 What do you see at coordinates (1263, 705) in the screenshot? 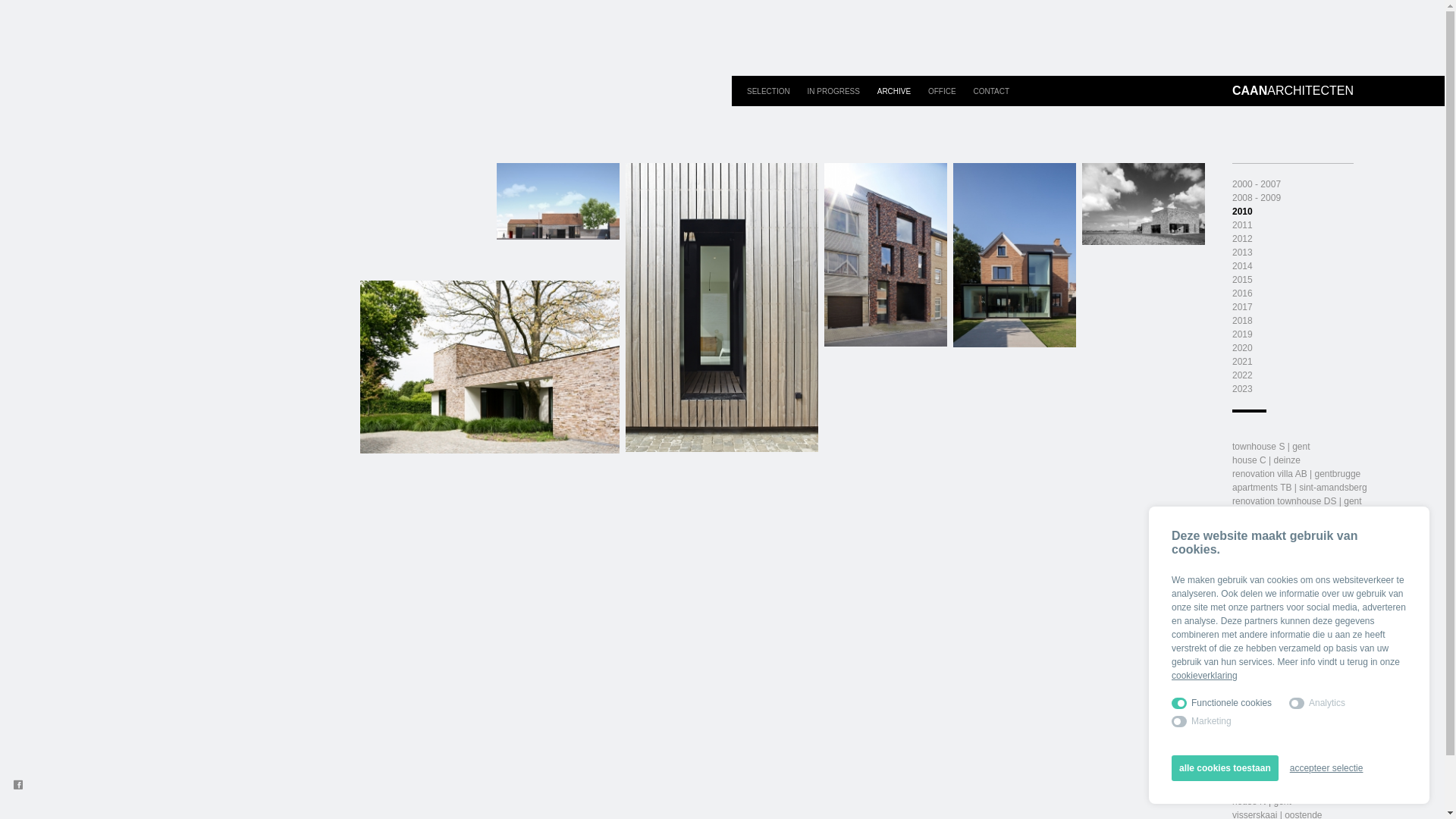
I see `'house VB | tielt'` at bounding box center [1263, 705].